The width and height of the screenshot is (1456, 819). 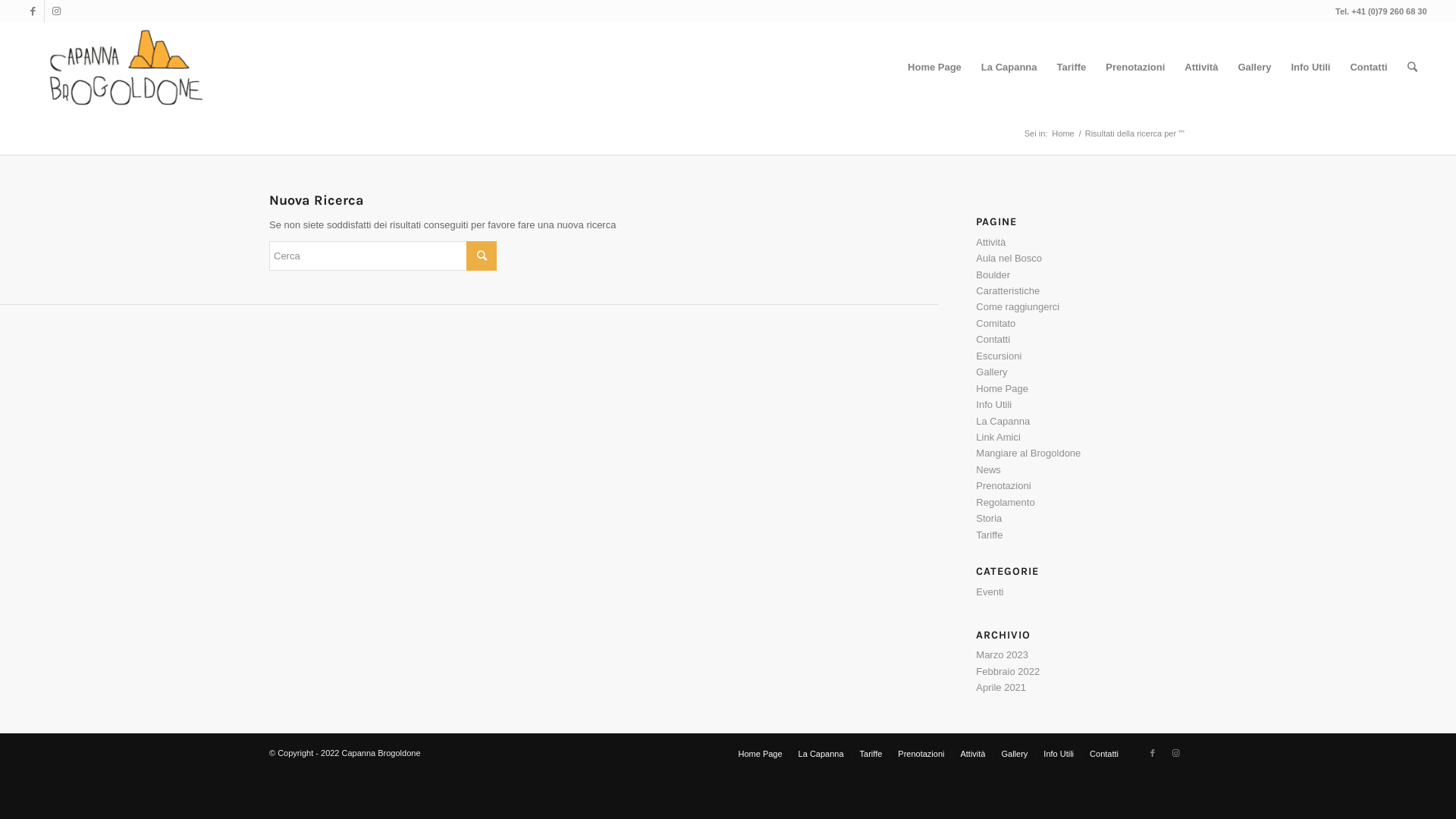 What do you see at coordinates (998, 356) in the screenshot?
I see `'Escursioni'` at bounding box center [998, 356].